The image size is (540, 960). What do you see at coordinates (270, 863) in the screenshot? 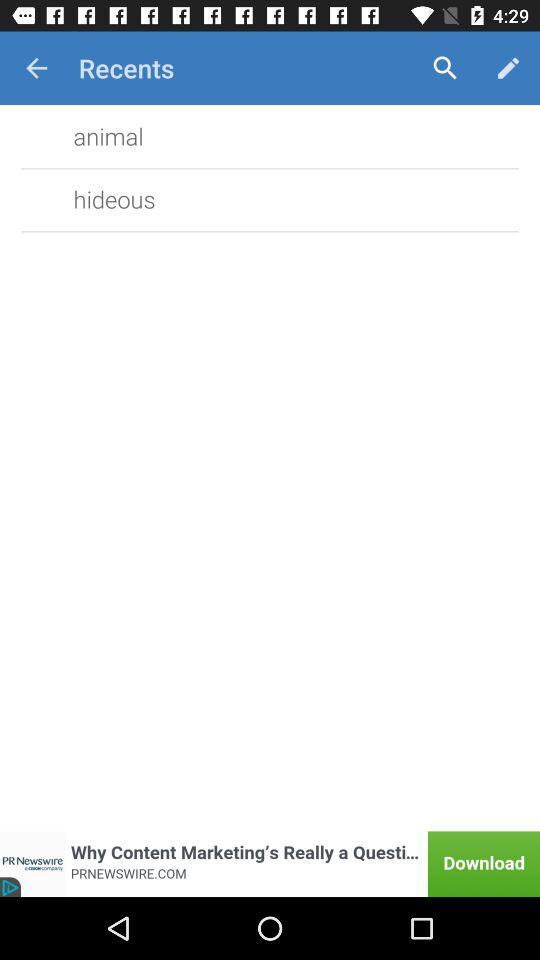
I see `the item below the hideous item` at bounding box center [270, 863].